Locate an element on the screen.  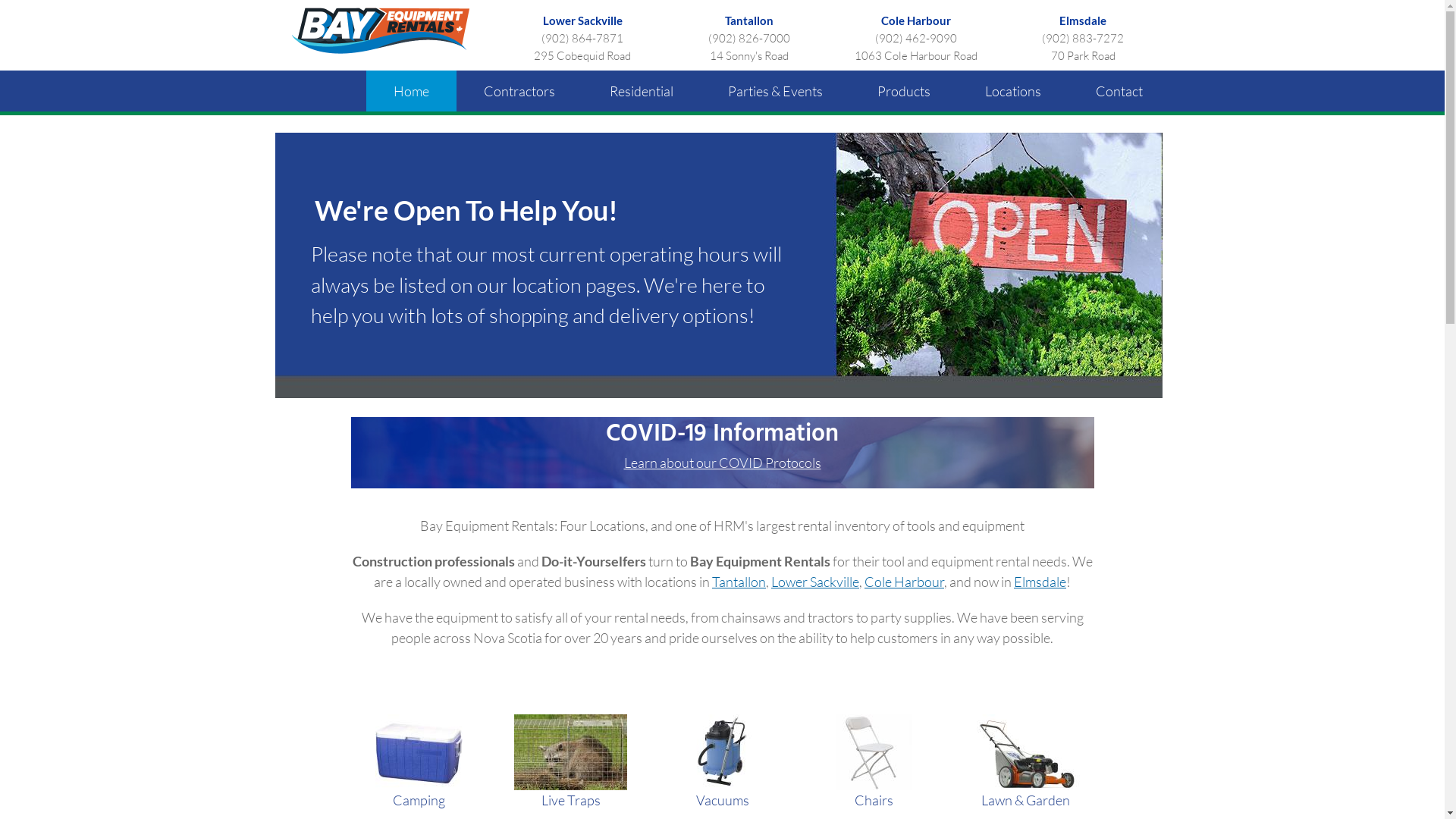
'Residential' is located at coordinates (641, 90).